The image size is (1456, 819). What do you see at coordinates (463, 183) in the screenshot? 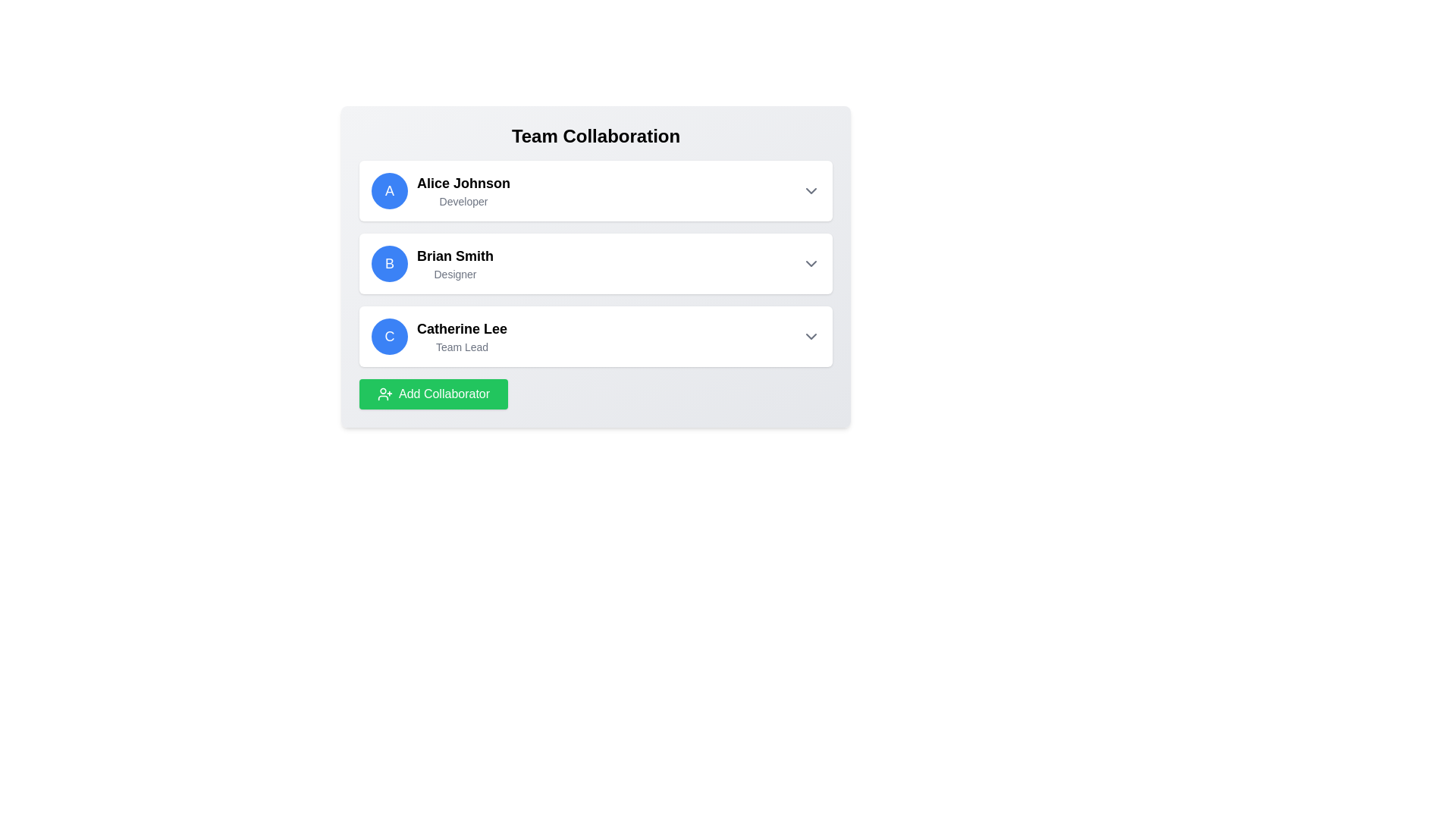
I see `the text label identifying the team member 'Alice Johnson' located in the first item of the 'Team Collaboration' list, positioned to the right of the circular icon labeled 'A'` at bounding box center [463, 183].